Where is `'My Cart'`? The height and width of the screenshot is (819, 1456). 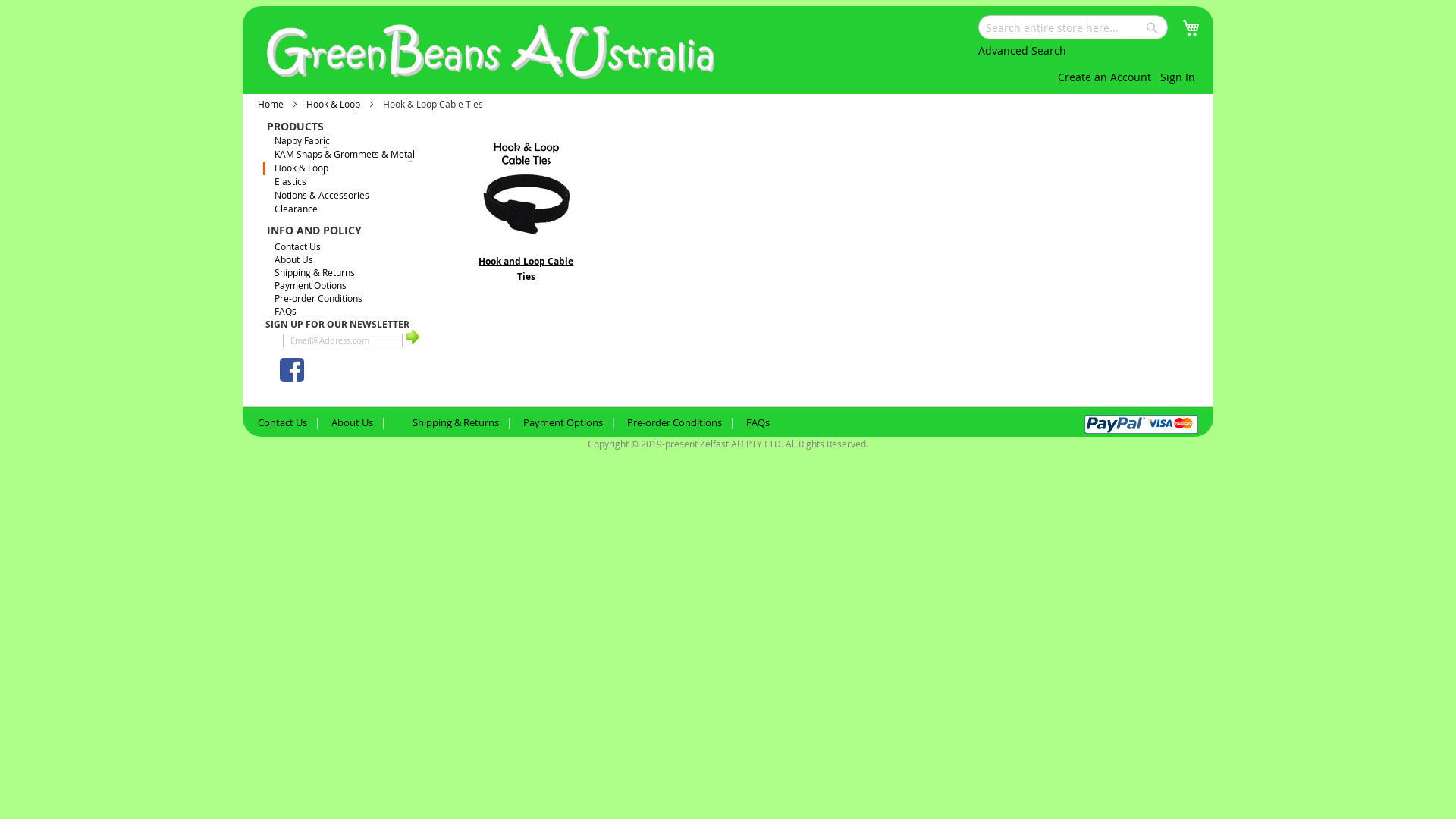
'My Cart' is located at coordinates (1190, 27).